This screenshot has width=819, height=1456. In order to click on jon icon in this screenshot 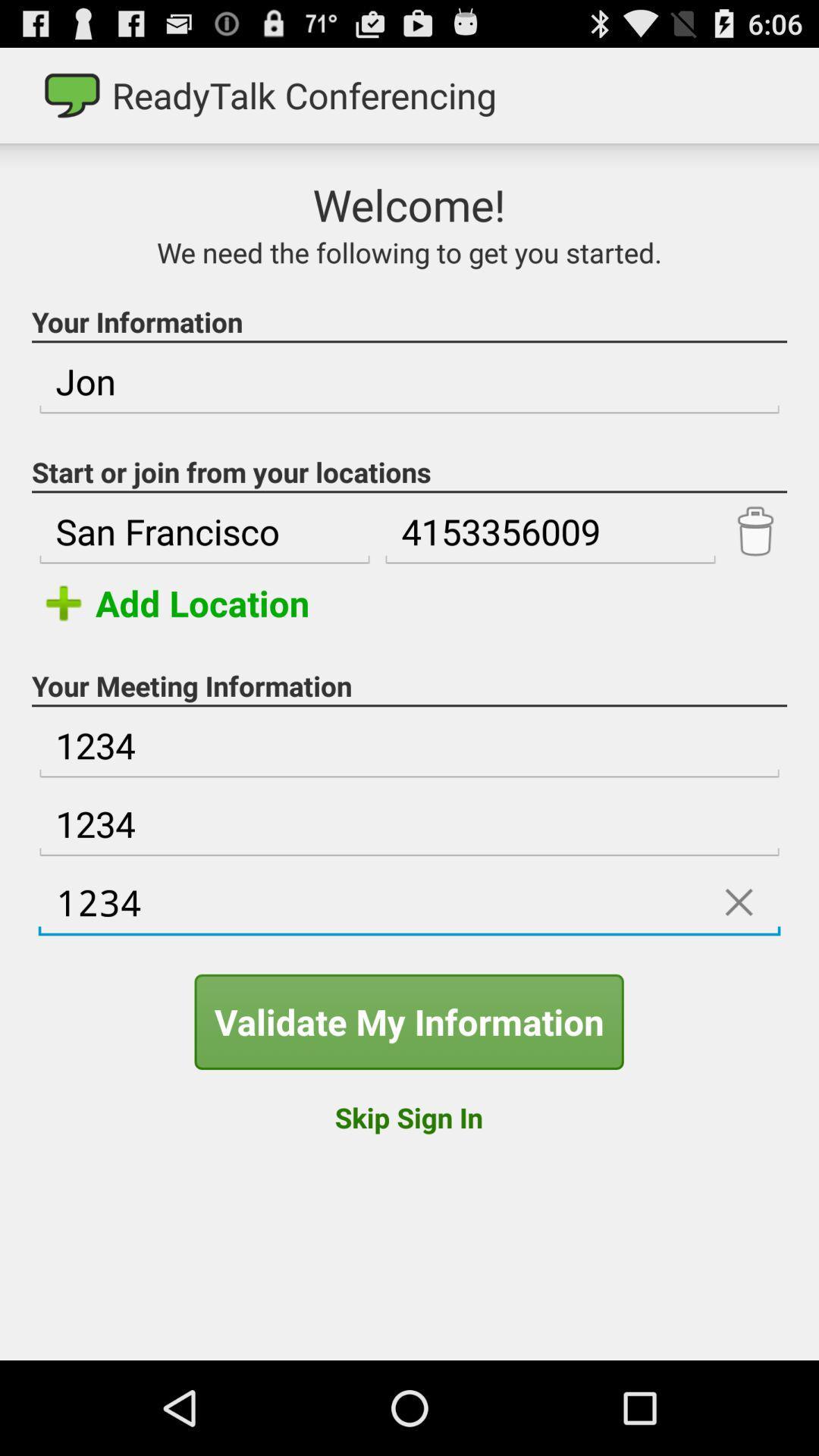, I will do `click(409, 382)`.